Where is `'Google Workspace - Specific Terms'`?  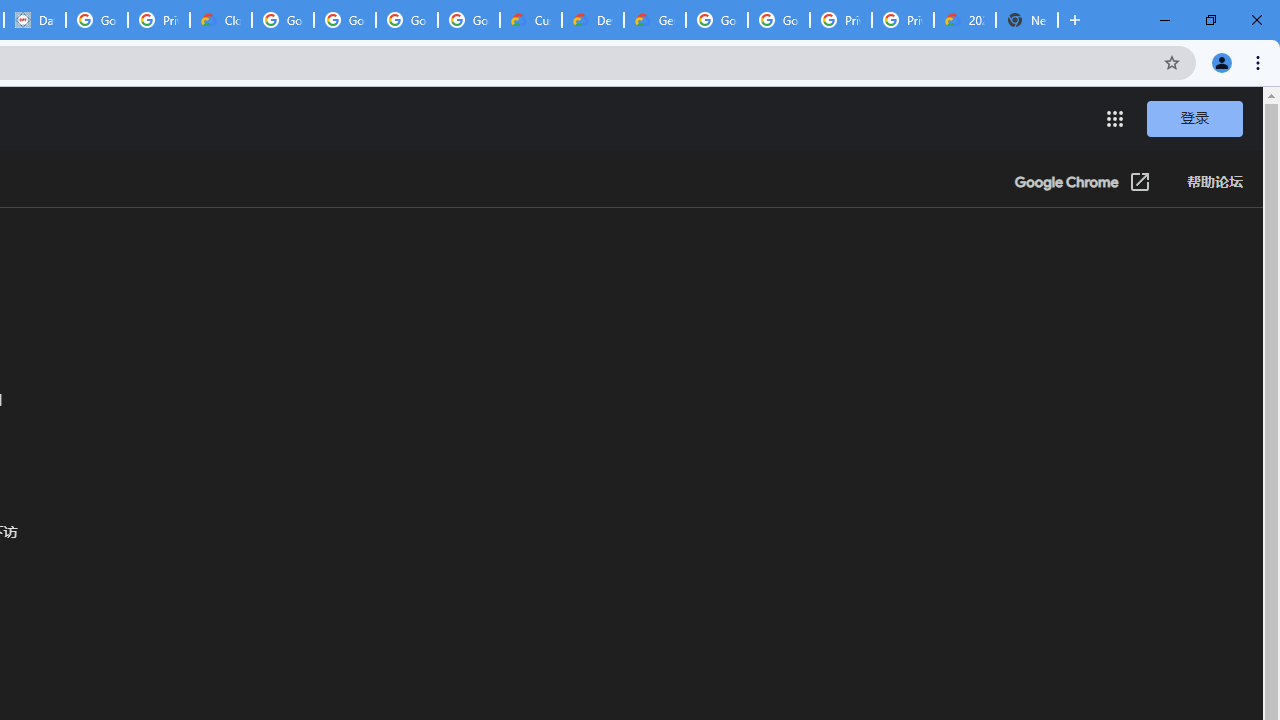 'Google Workspace - Specific Terms' is located at coordinates (406, 20).